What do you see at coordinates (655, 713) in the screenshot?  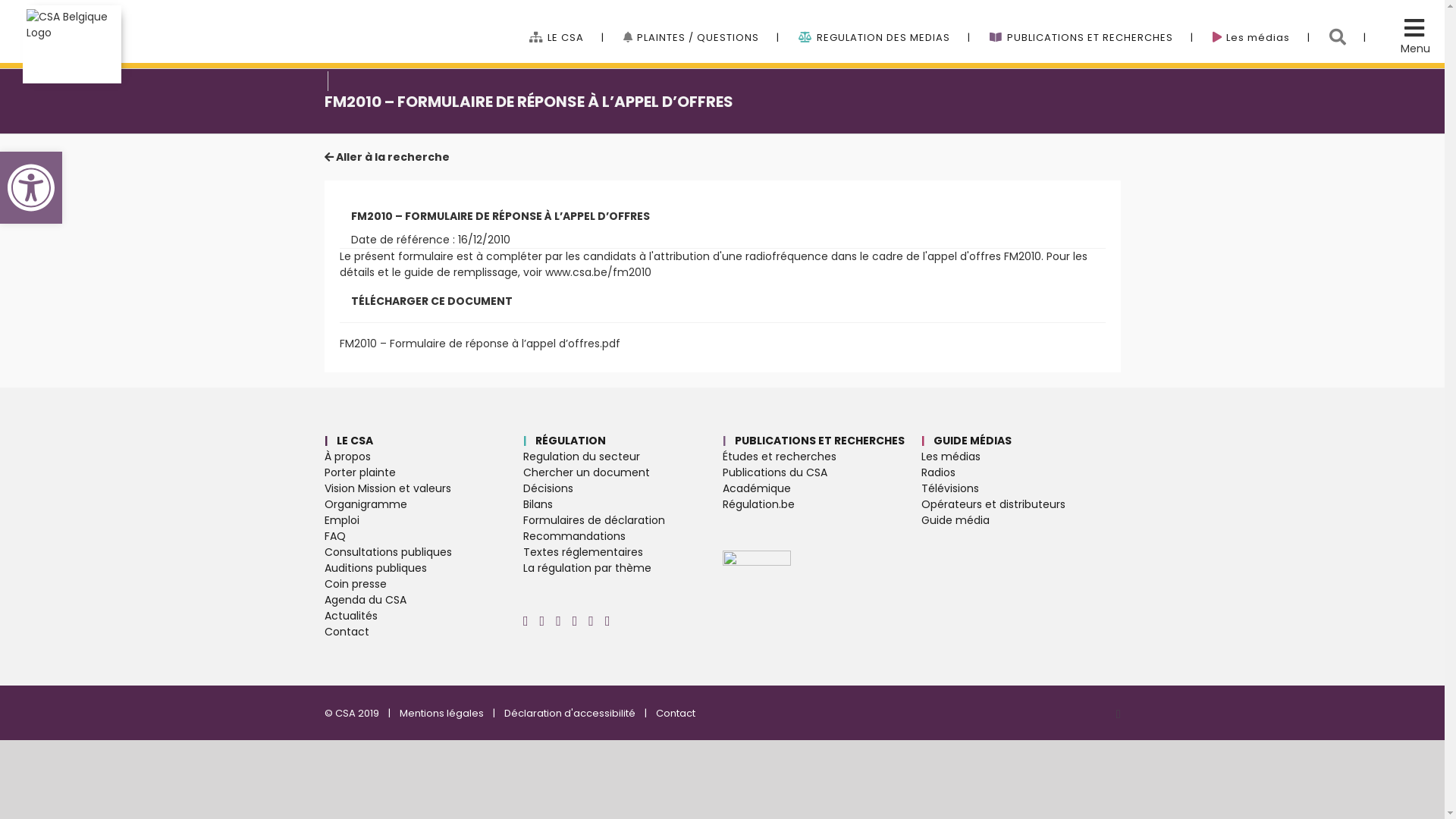 I see `'Contact'` at bounding box center [655, 713].